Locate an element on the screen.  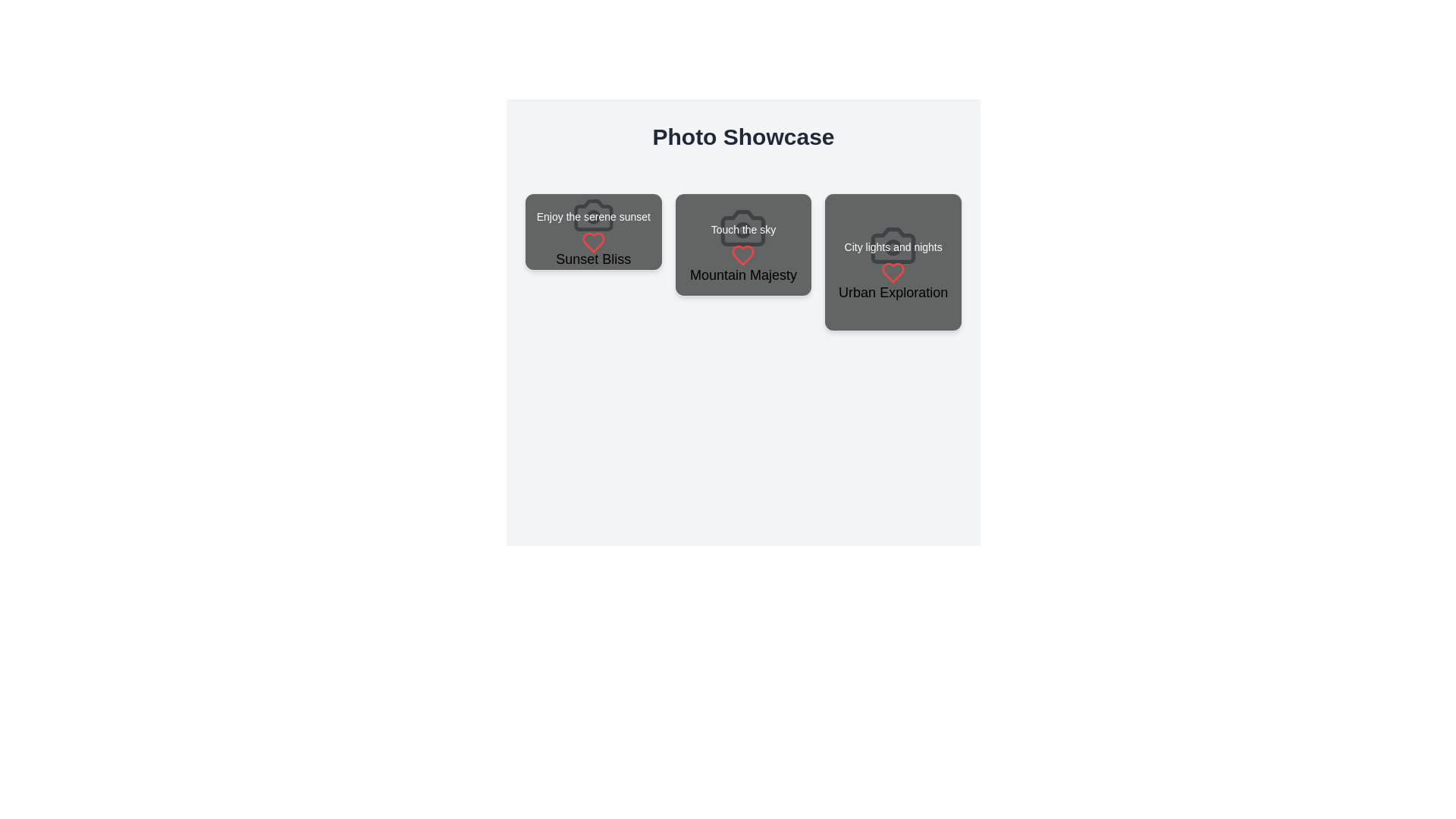
the Text label providing a descriptive tagline located in the central card beneath an icon and above the text 'Mountain Majesty' is located at coordinates (743, 230).